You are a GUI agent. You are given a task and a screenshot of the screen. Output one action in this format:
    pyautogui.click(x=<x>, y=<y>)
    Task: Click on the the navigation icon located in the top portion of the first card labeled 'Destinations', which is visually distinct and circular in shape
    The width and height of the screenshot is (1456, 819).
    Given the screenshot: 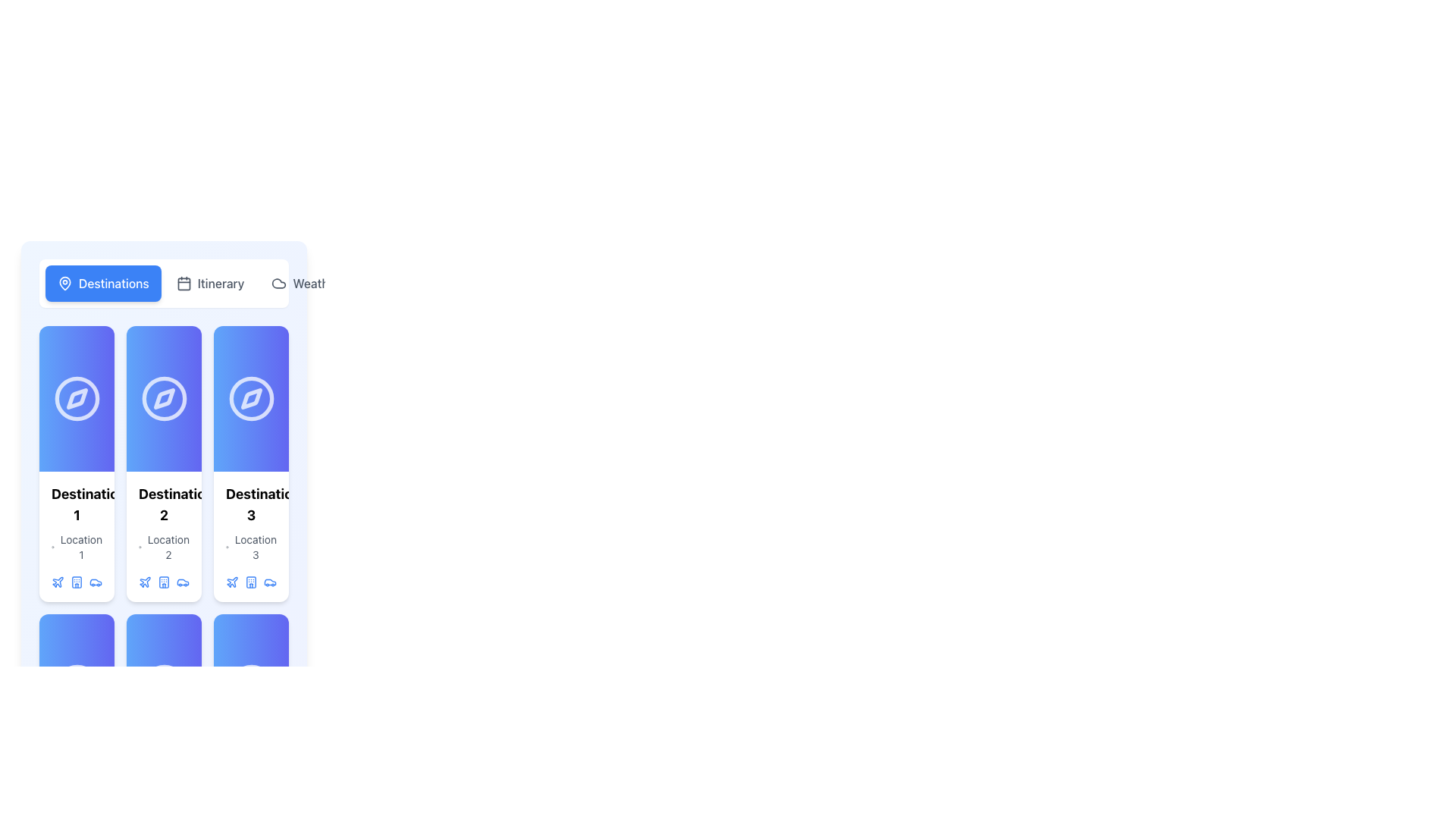 What is the action you would take?
    pyautogui.click(x=76, y=397)
    